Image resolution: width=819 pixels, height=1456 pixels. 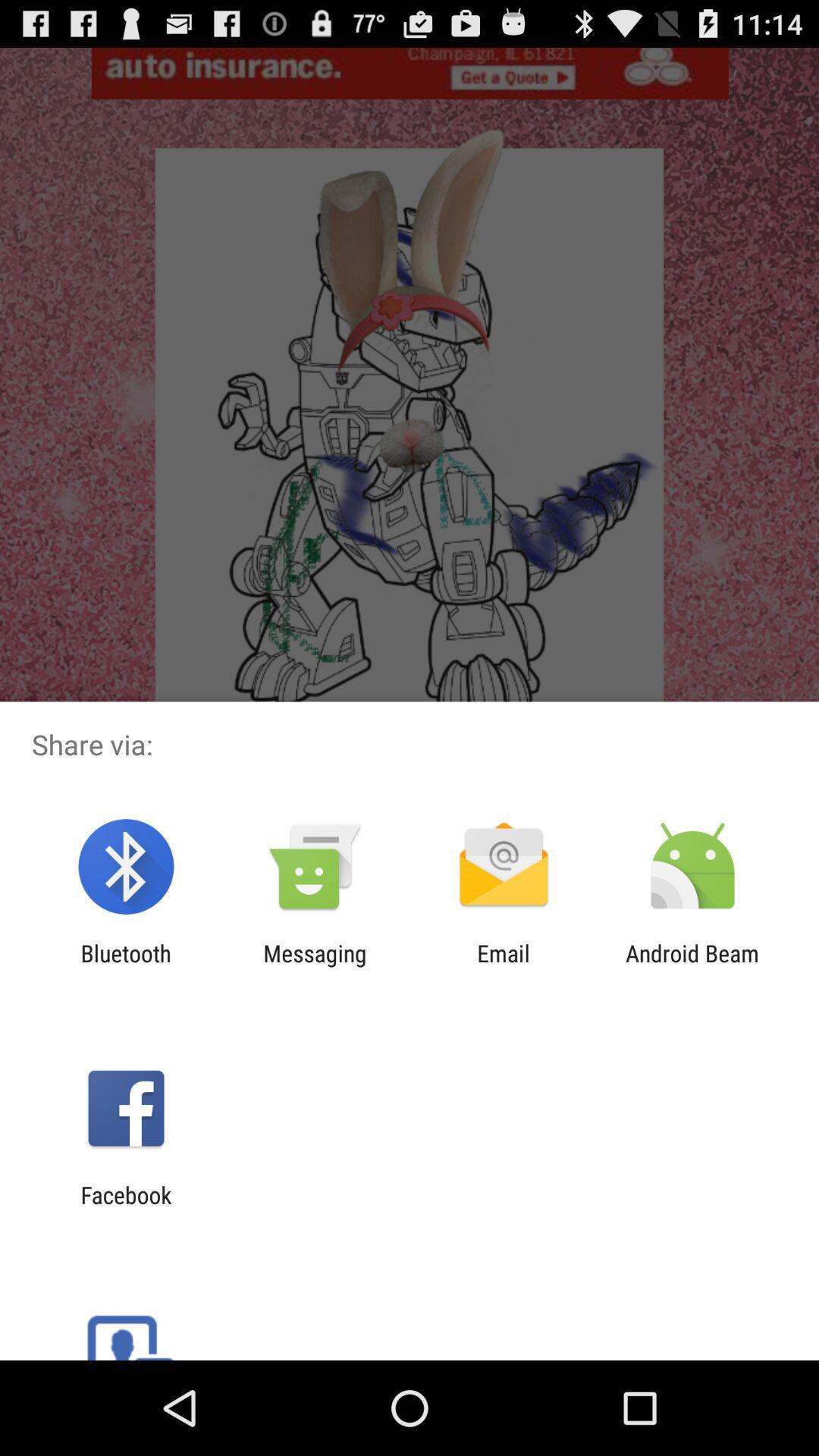 What do you see at coordinates (504, 966) in the screenshot?
I see `icon to the right of the messaging app` at bounding box center [504, 966].